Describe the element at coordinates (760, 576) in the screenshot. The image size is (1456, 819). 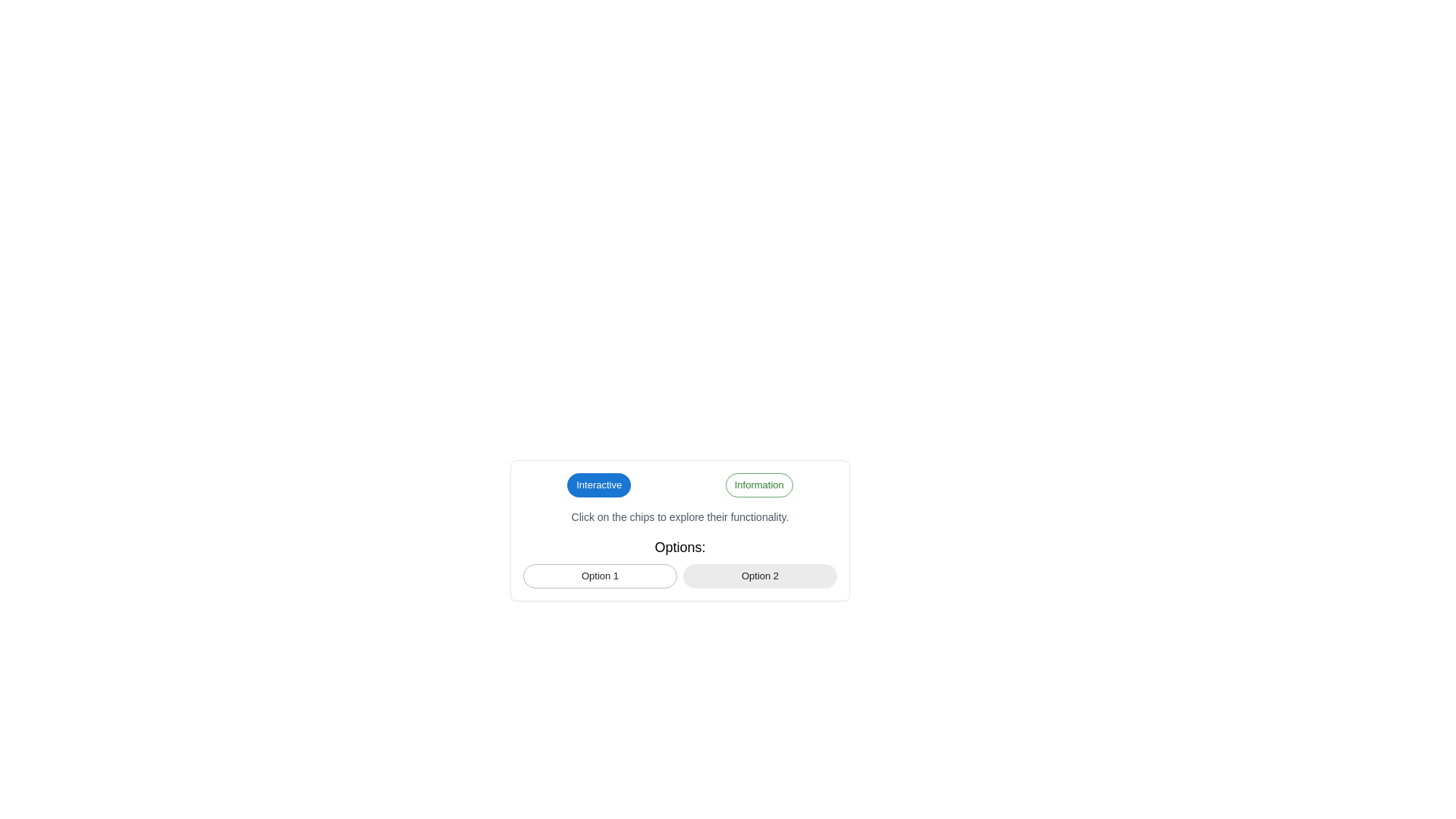
I see `the selectable chip located to the right of 'Option 1'` at that location.